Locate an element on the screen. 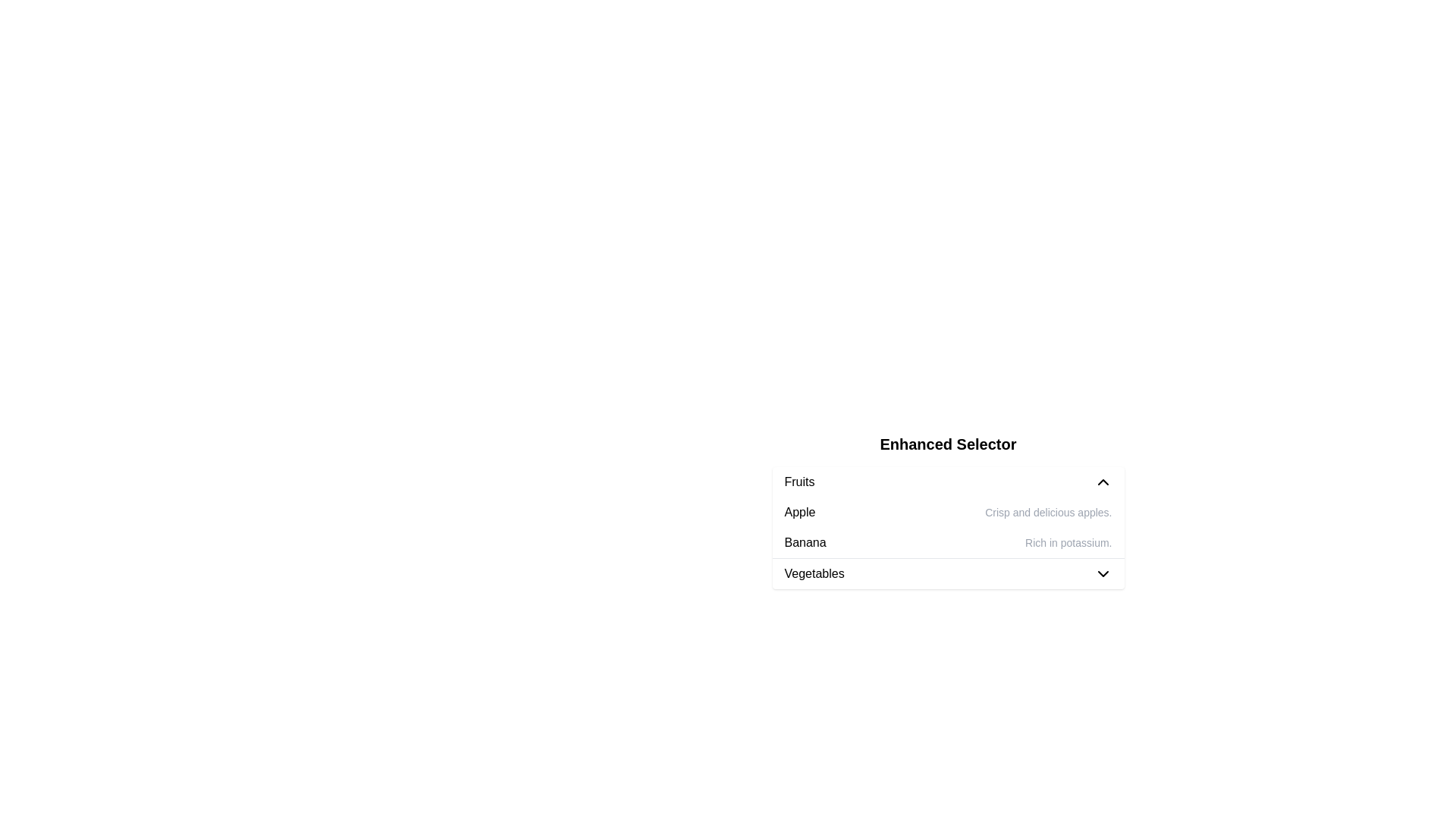 This screenshot has width=1456, height=819. the text label 'Banana', which is styled with black text on a white background and located in a dropdown list is located at coordinates (805, 542).